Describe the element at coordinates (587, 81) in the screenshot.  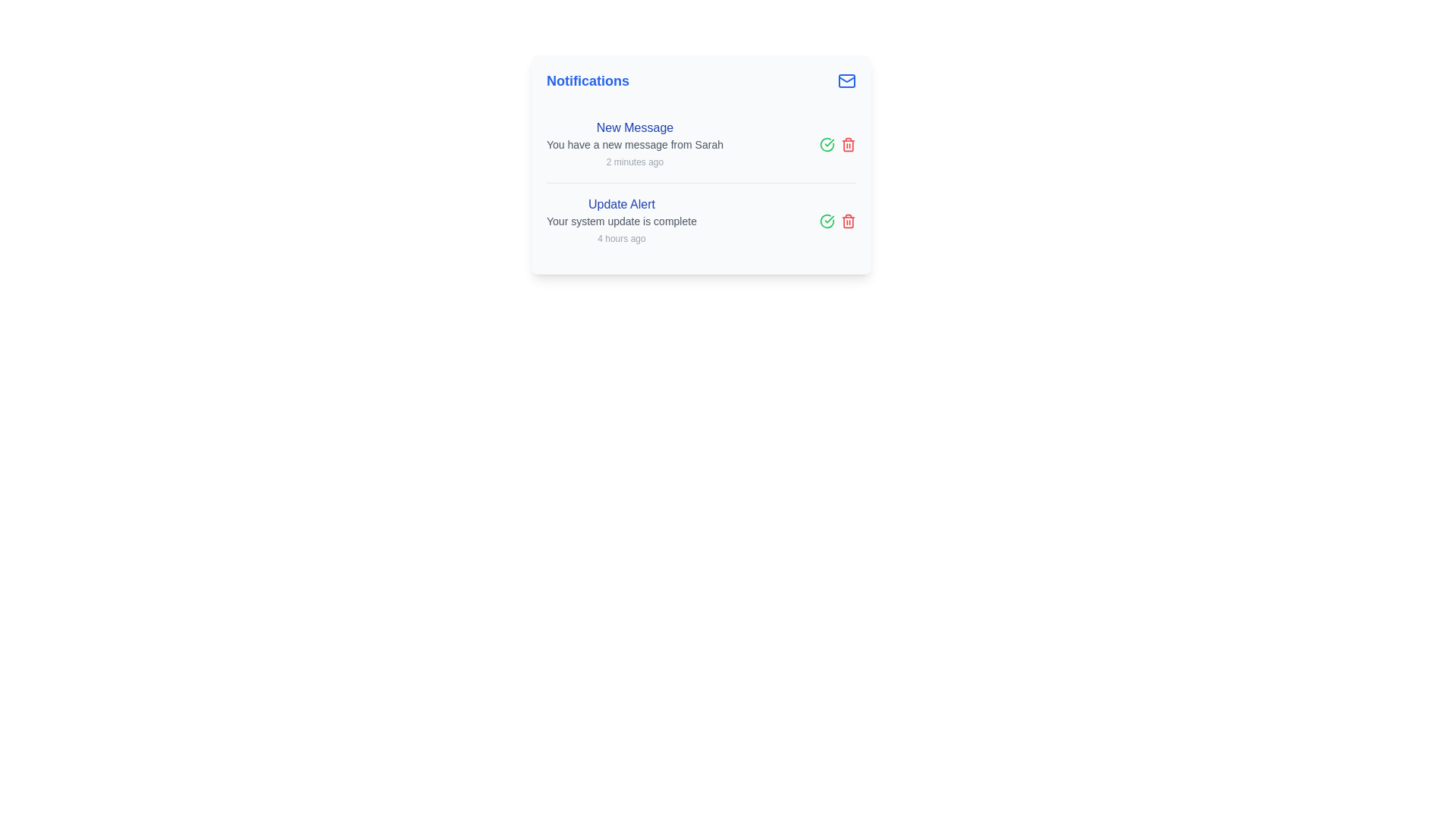
I see `the static text label that serves as the header for the notifications area, located at the top-left quadrant of the notifications card` at that location.